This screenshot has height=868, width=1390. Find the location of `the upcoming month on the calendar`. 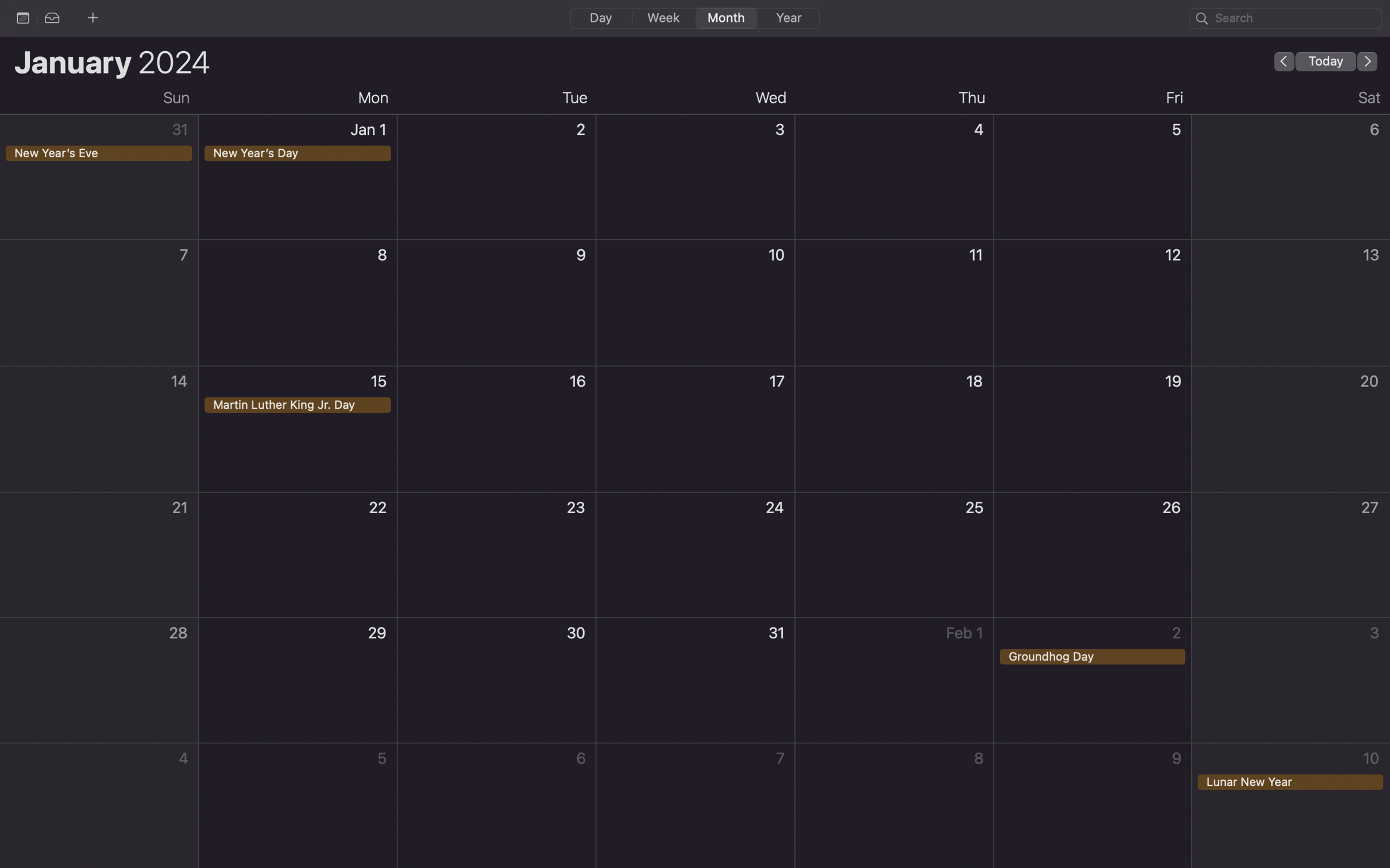

the upcoming month on the calendar is located at coordinates (1368, 60).